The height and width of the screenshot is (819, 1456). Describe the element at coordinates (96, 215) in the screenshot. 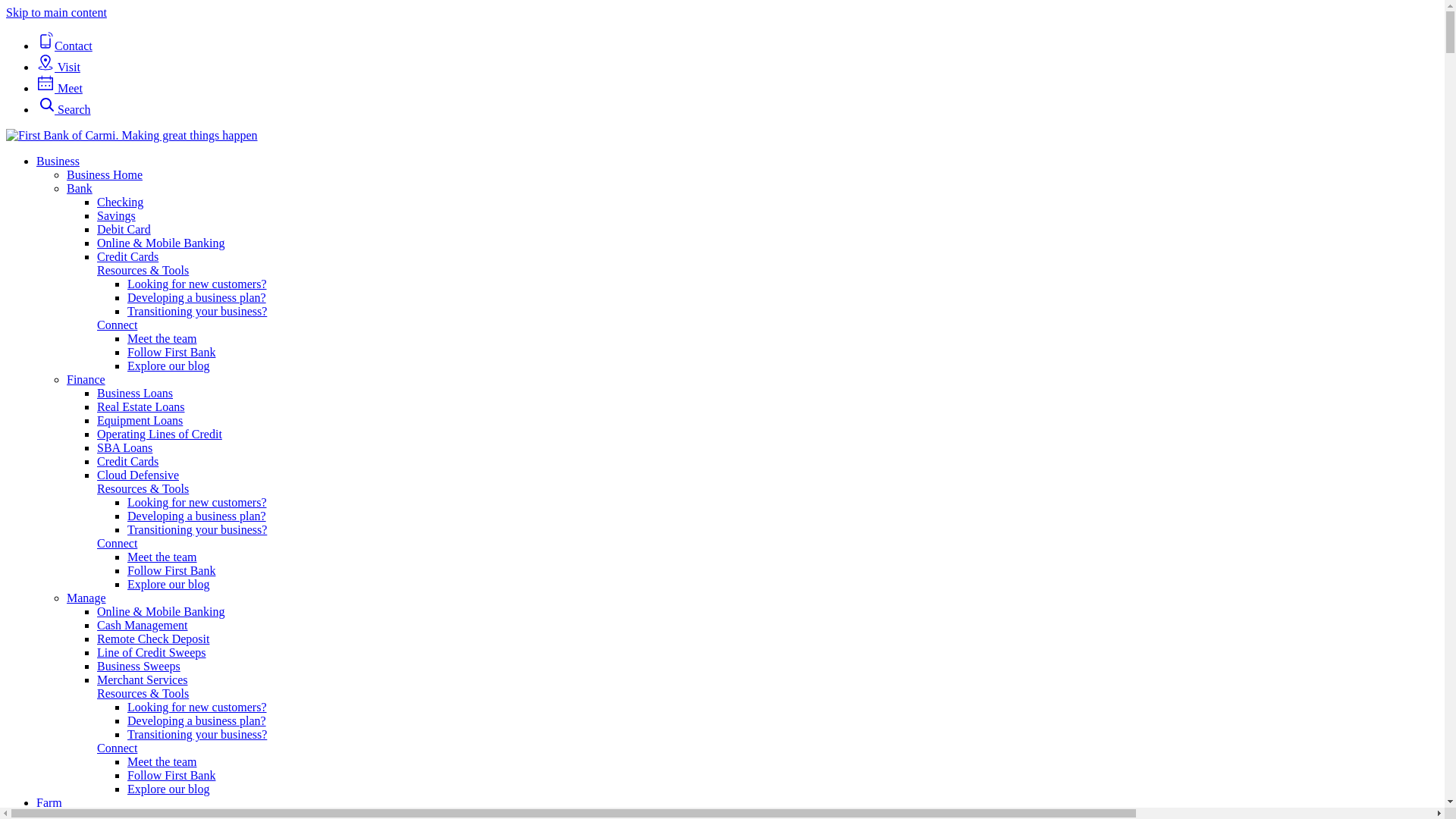

I see `'Savings'` at that location.